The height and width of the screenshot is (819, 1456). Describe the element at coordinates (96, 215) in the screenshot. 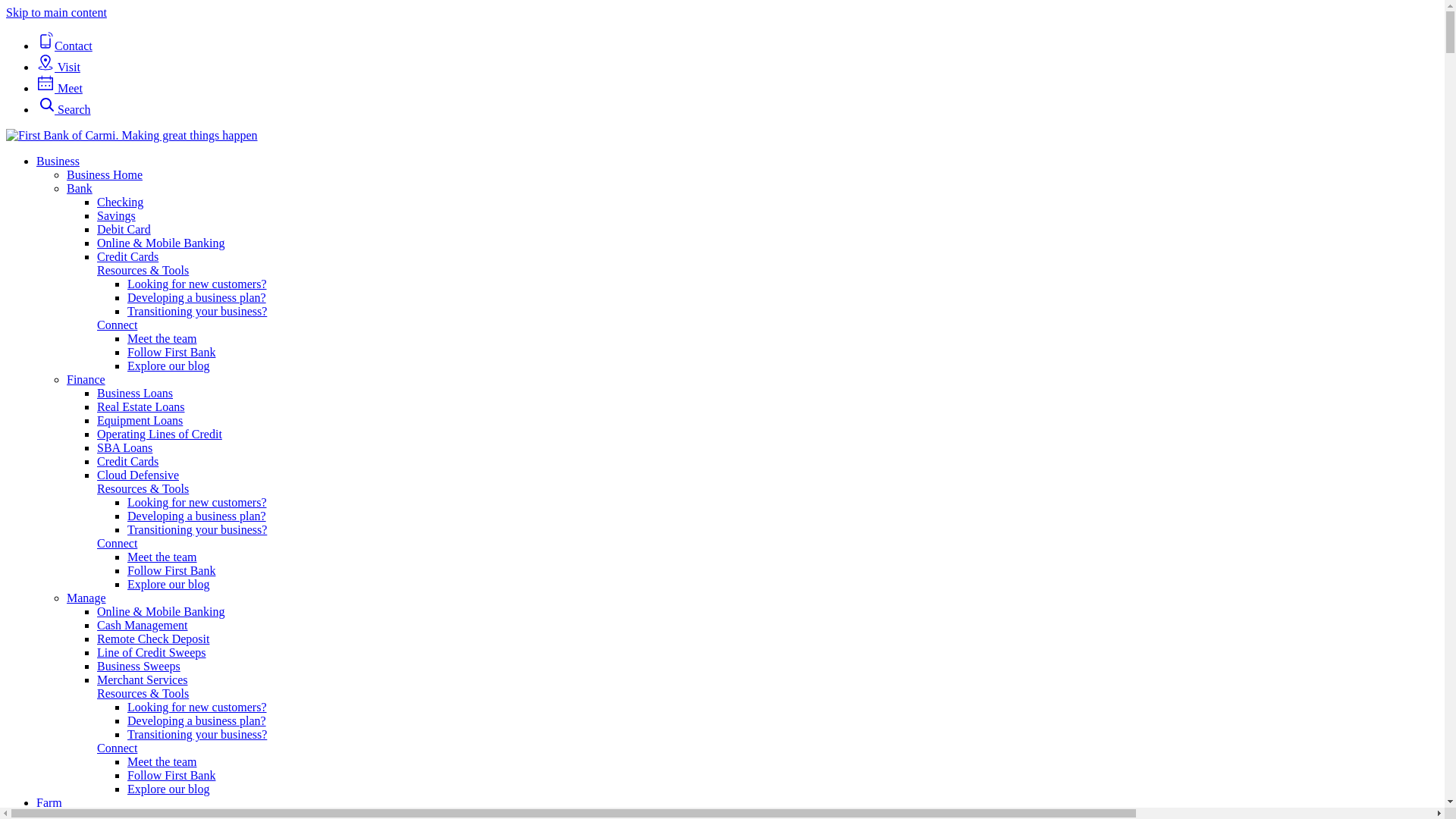

I see `'Savings'` at that location.